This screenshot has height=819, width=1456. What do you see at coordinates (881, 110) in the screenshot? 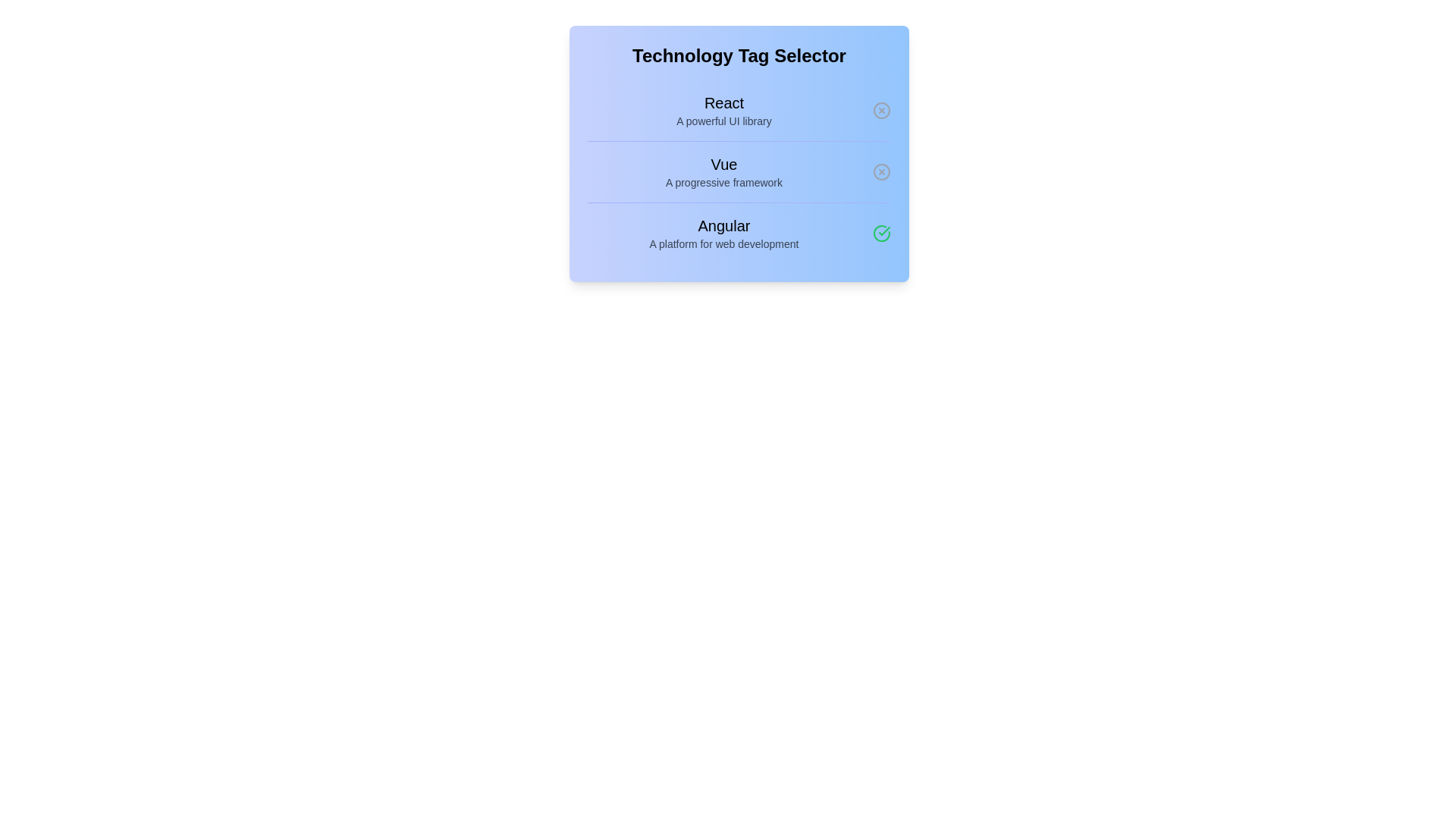
I see `the tag React by clicking its corresponding button` at bounding box center [881, 110].